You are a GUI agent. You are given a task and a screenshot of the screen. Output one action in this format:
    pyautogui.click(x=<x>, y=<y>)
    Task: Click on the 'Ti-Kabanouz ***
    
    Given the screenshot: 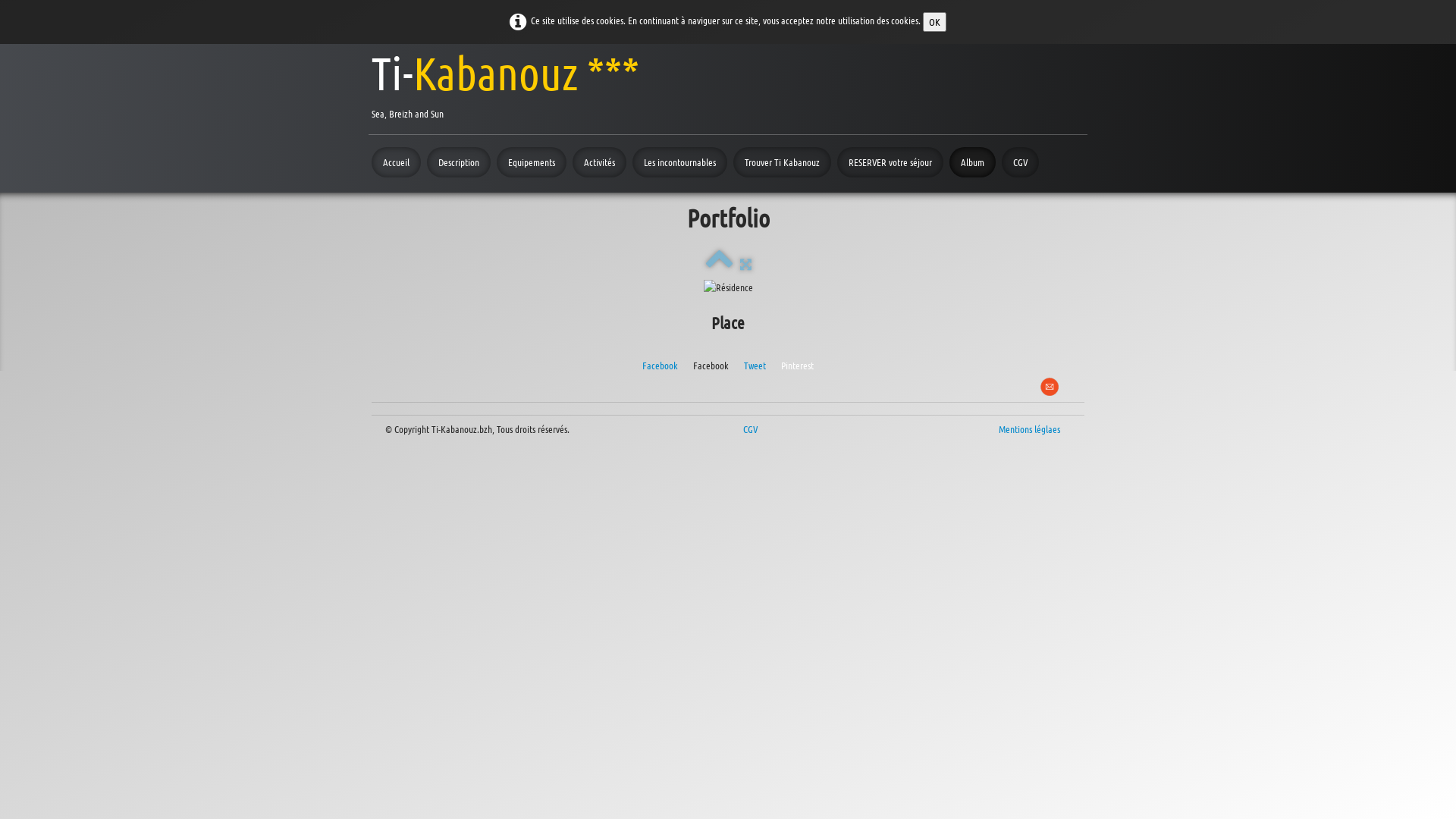 What is the action you would take?
    pyautogui.click(x=505, y=83)
    